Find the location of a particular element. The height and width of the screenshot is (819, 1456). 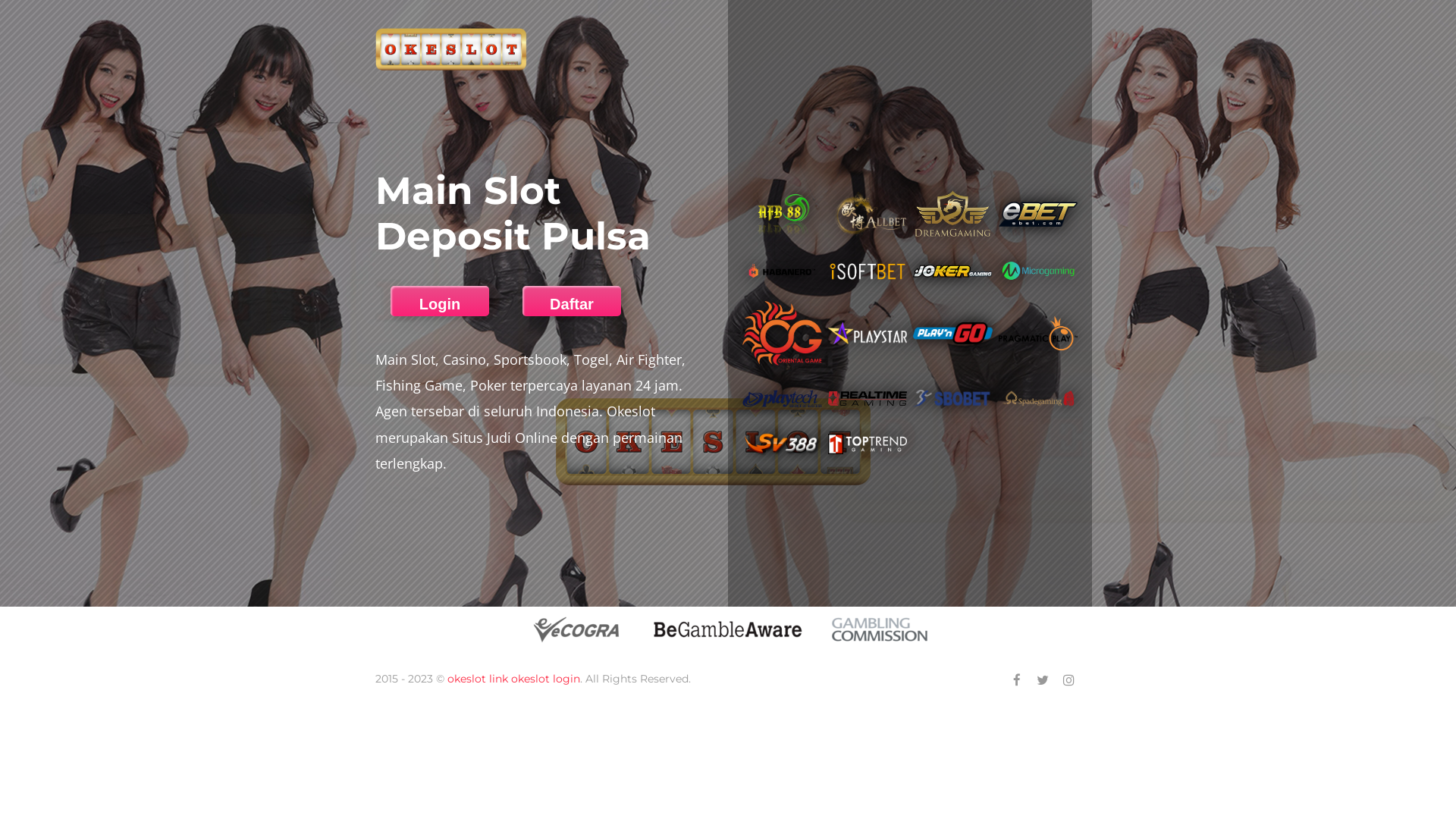

'Daftar' is located at coordinates (507, 305).